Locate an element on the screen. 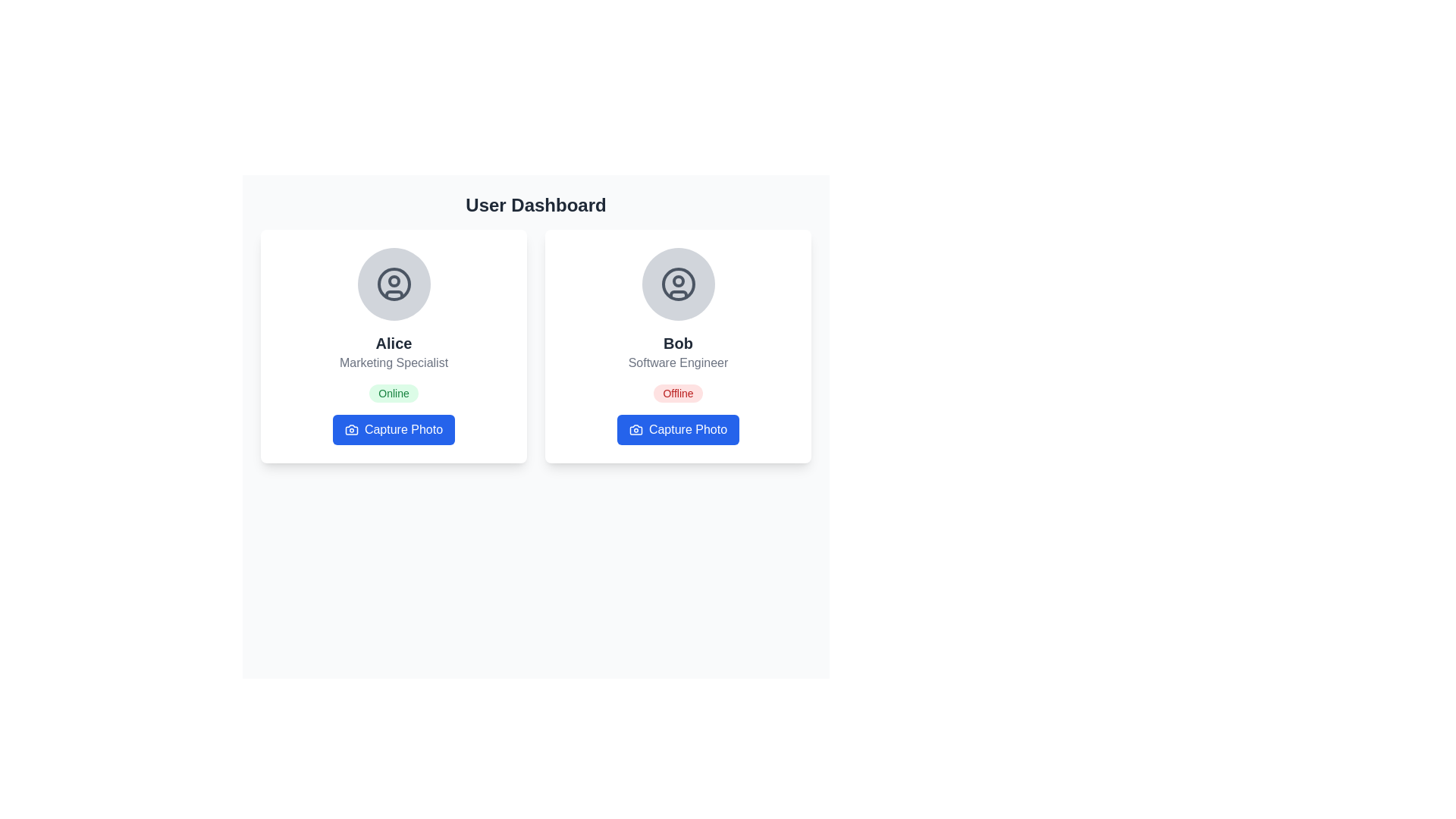 This screenshot has height=819, width=1456. the Status Indicator badge that displays 'Online' with a light green background, located beneath the title 'Marketing Specialist' and above the 'Capture Photo' button is located at coordinates (394, 393).